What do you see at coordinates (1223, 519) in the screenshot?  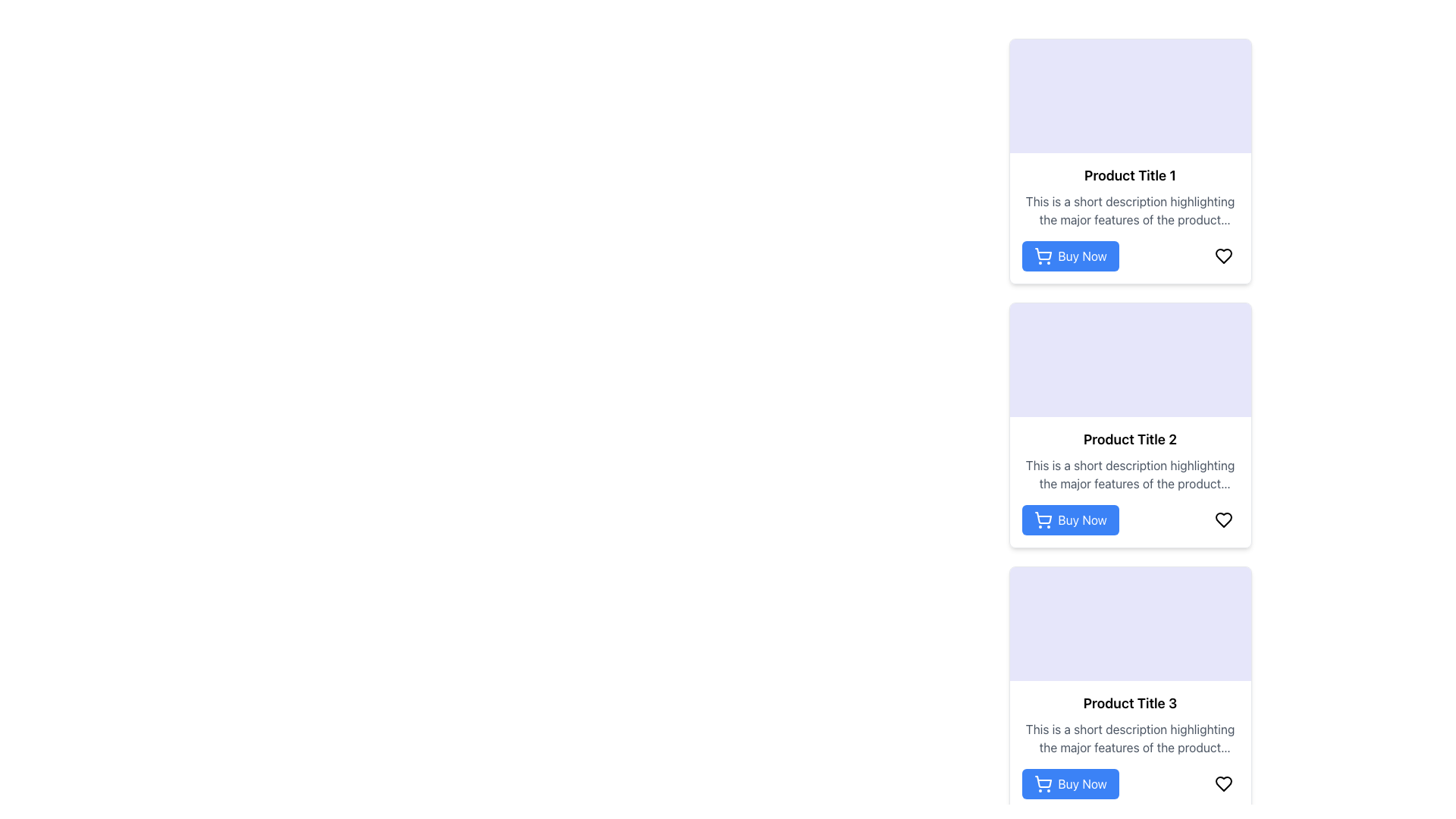 I see `the heart icon at the bottom-right corner of the card for 'Product Title 2'` at bounding box center [1223, 519].